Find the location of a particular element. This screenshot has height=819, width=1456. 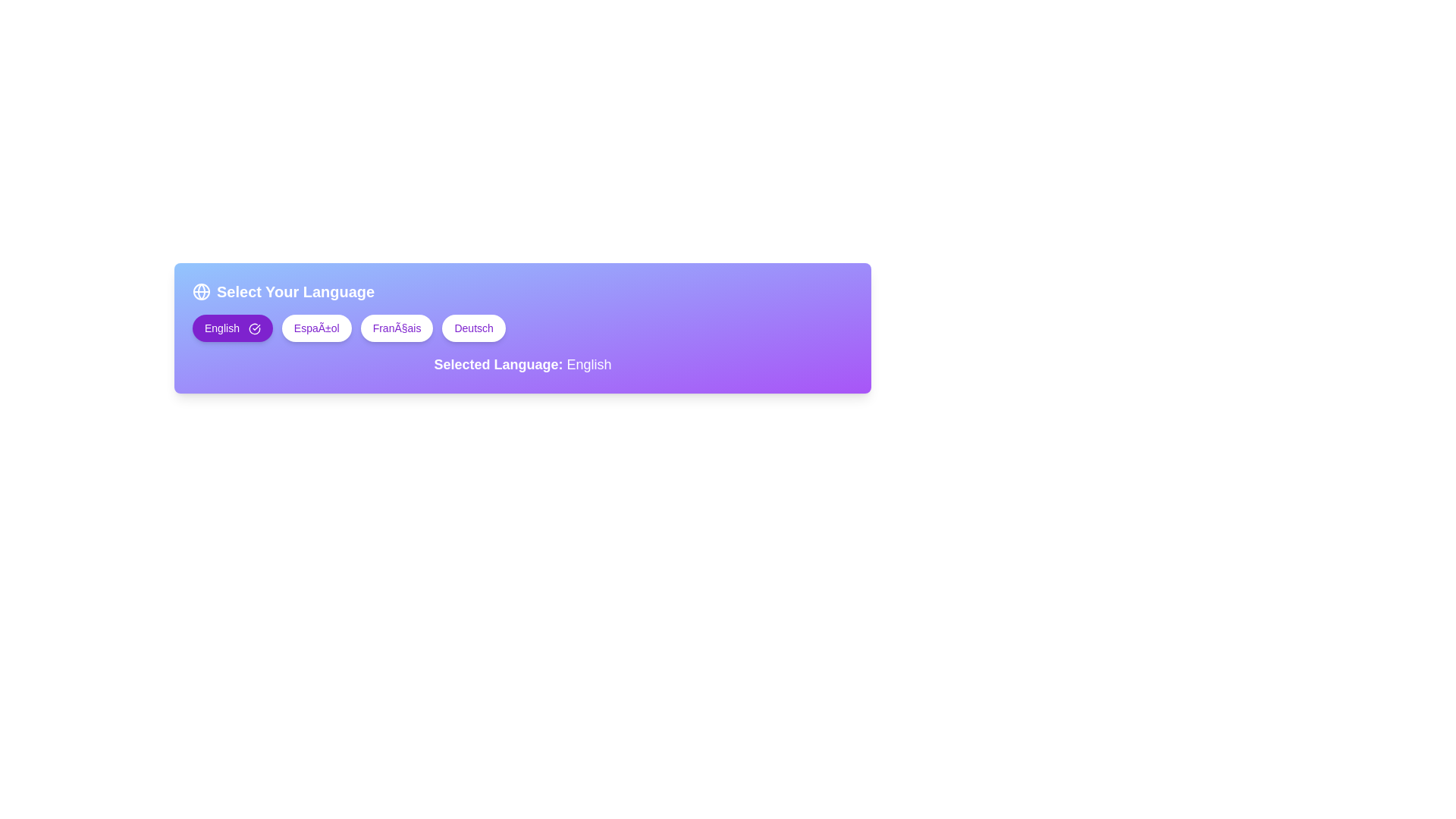

the 'Español' button, which is the second button in the horizontal list of language options, to observe the hover effect is located at coordinates (315, 327).